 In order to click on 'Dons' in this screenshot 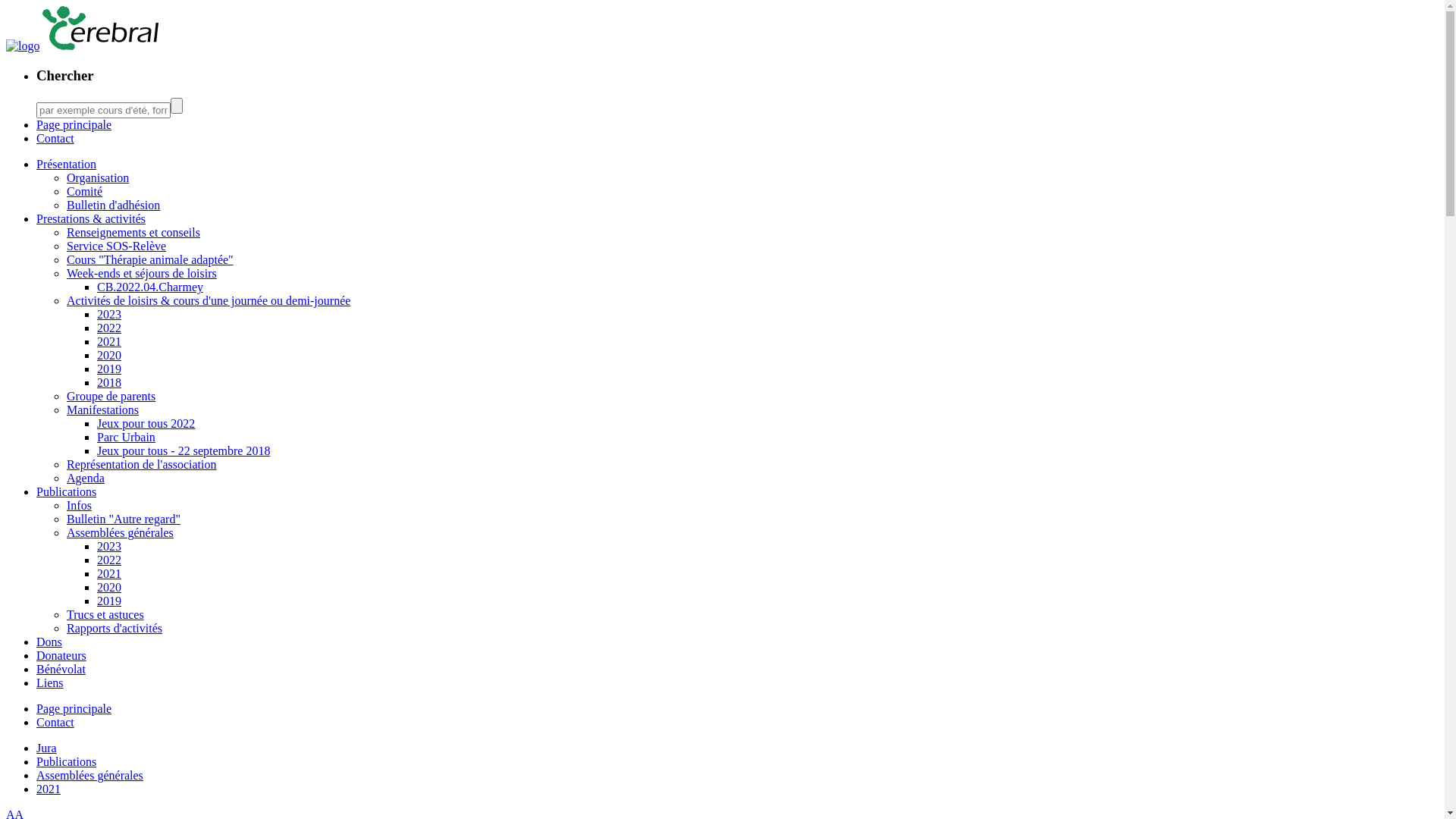, I will do `click(49, 642)`.